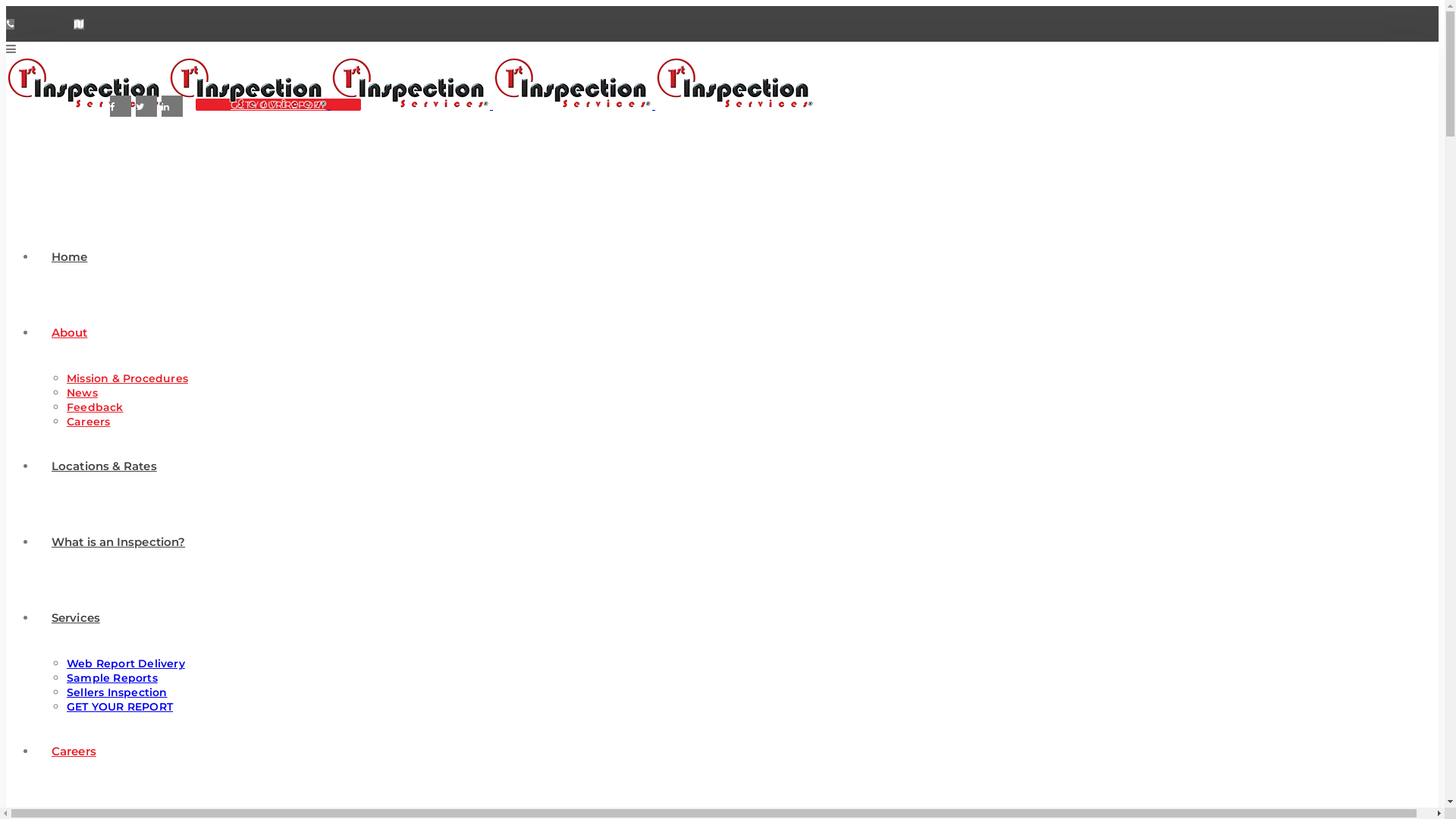 This screenshot has width=1456, height=819. What do you see at coordinates (73, 751) in the screenshot?
I see `'Careers'` at bounding box center [73, 751].